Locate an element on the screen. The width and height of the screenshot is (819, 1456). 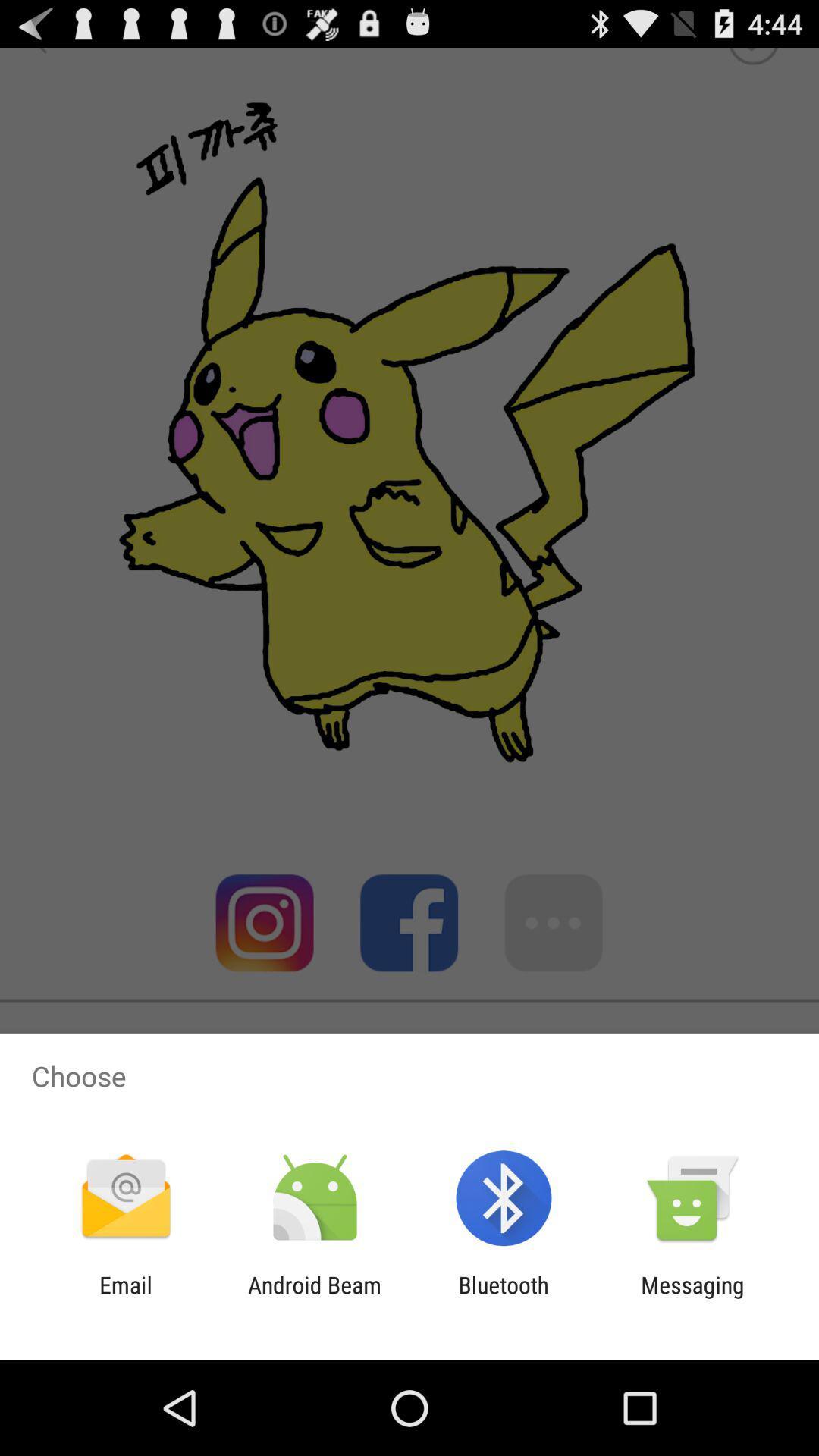
the item next to bluetooth item is located at coordinates (314, 1298).